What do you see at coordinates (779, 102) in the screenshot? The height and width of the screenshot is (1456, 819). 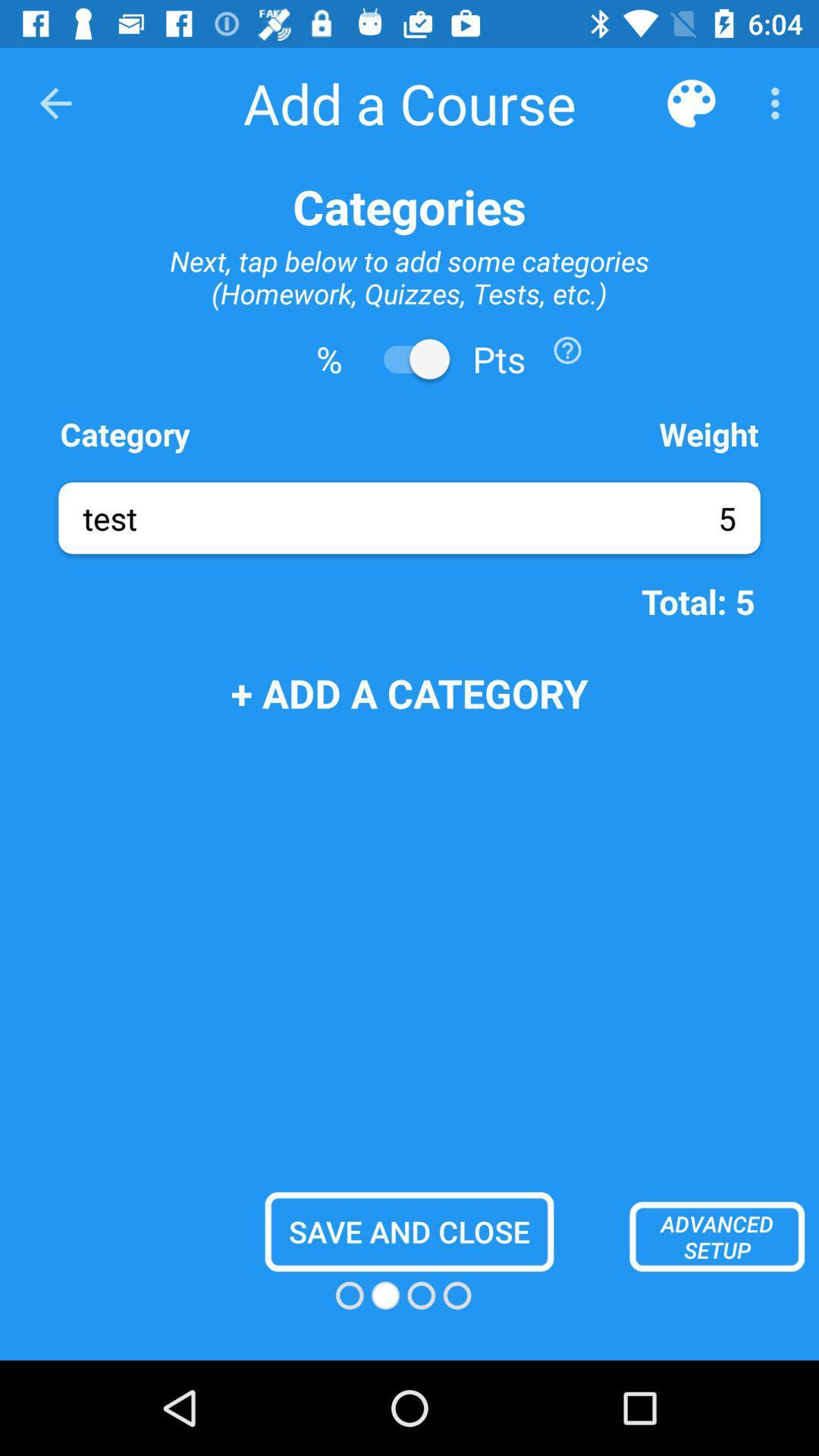 I see `the icon above categories item` at bounding box center [779, 102].